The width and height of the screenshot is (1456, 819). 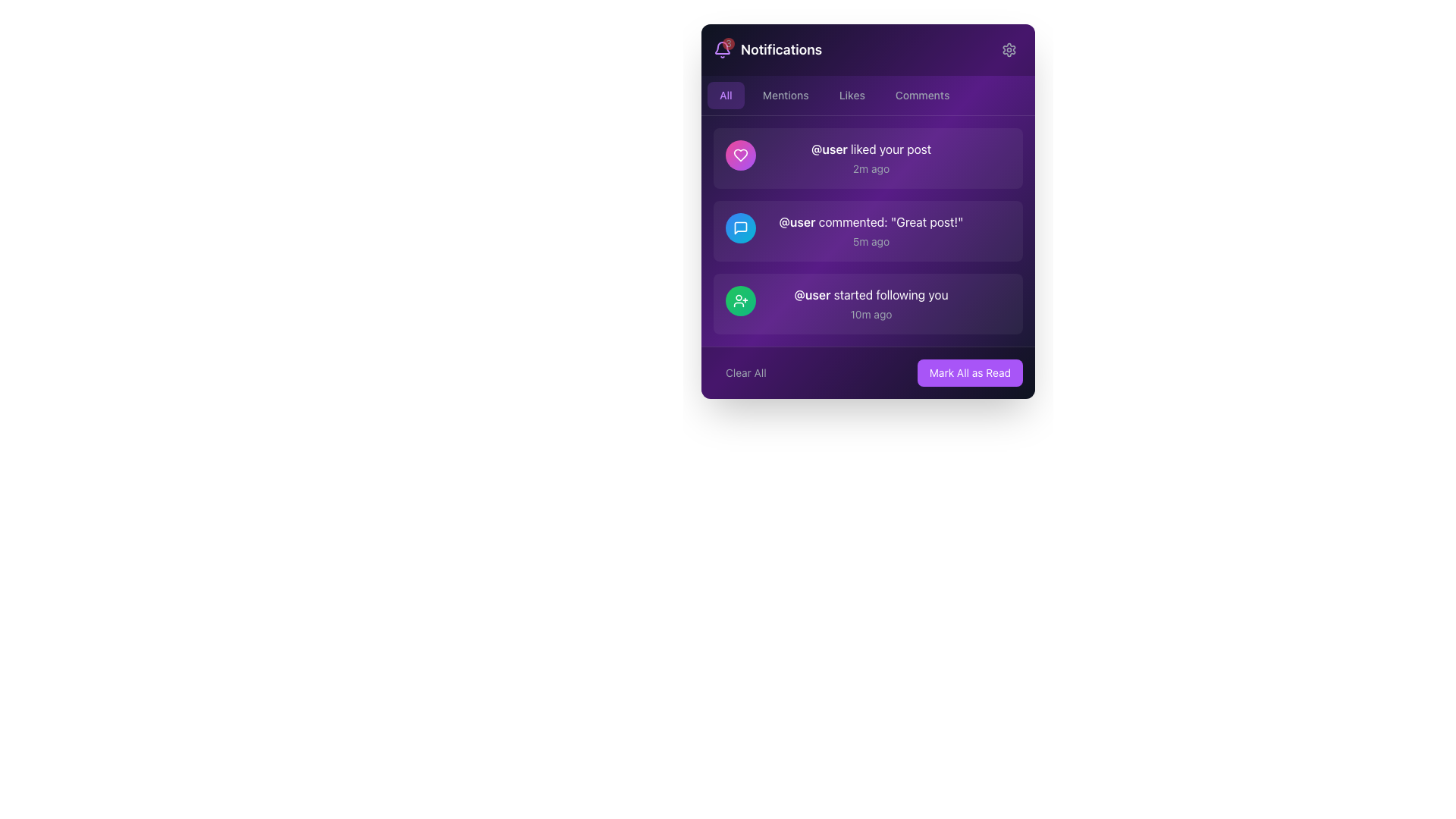 What do you see at coordinates (725, 96) in the screenshot?
I see `the first button labeled 'All' in the notification panel` at bounding box center [725, 96].